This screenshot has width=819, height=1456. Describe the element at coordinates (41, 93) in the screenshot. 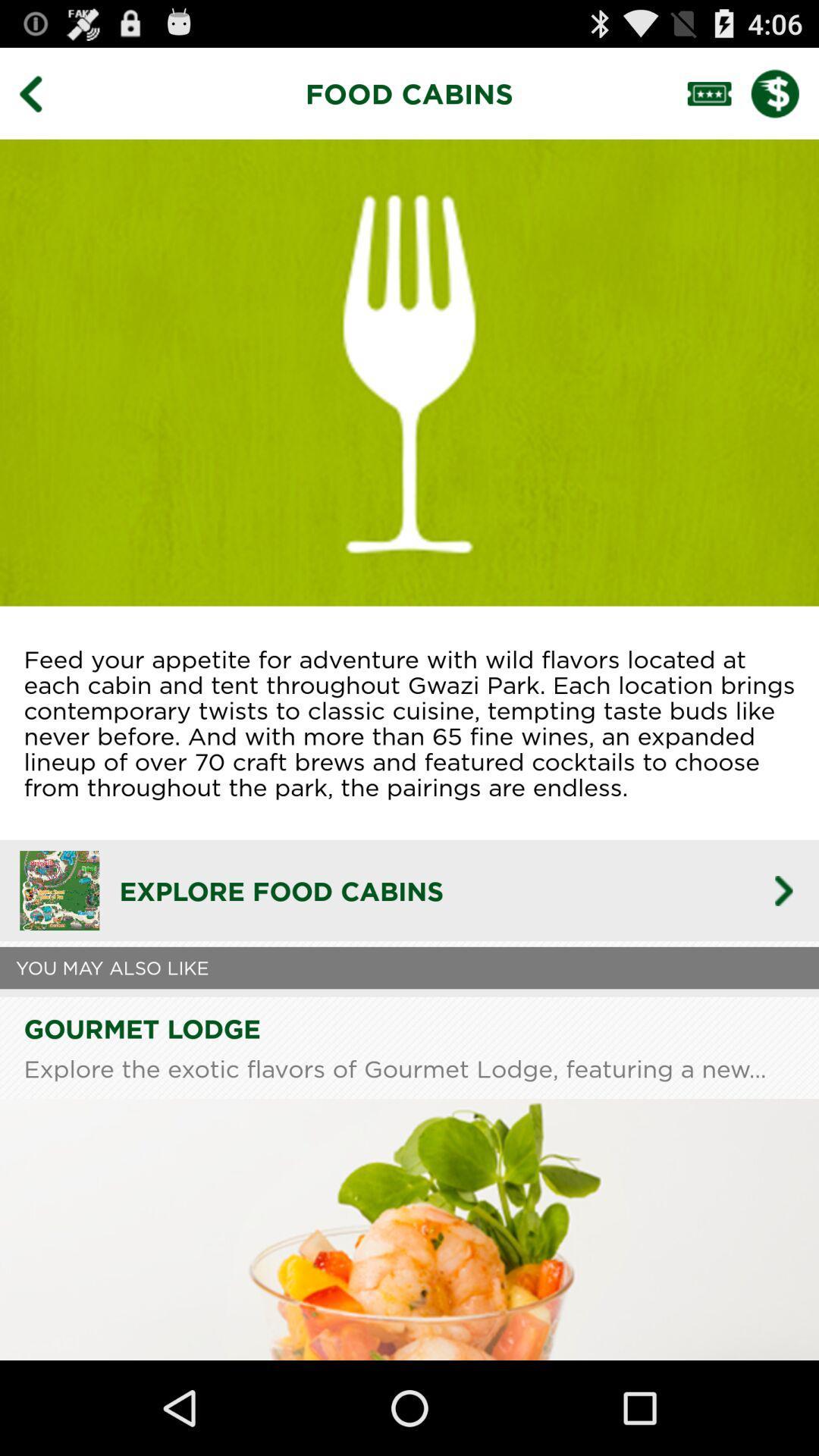

I see `back button previous screen` at that location.